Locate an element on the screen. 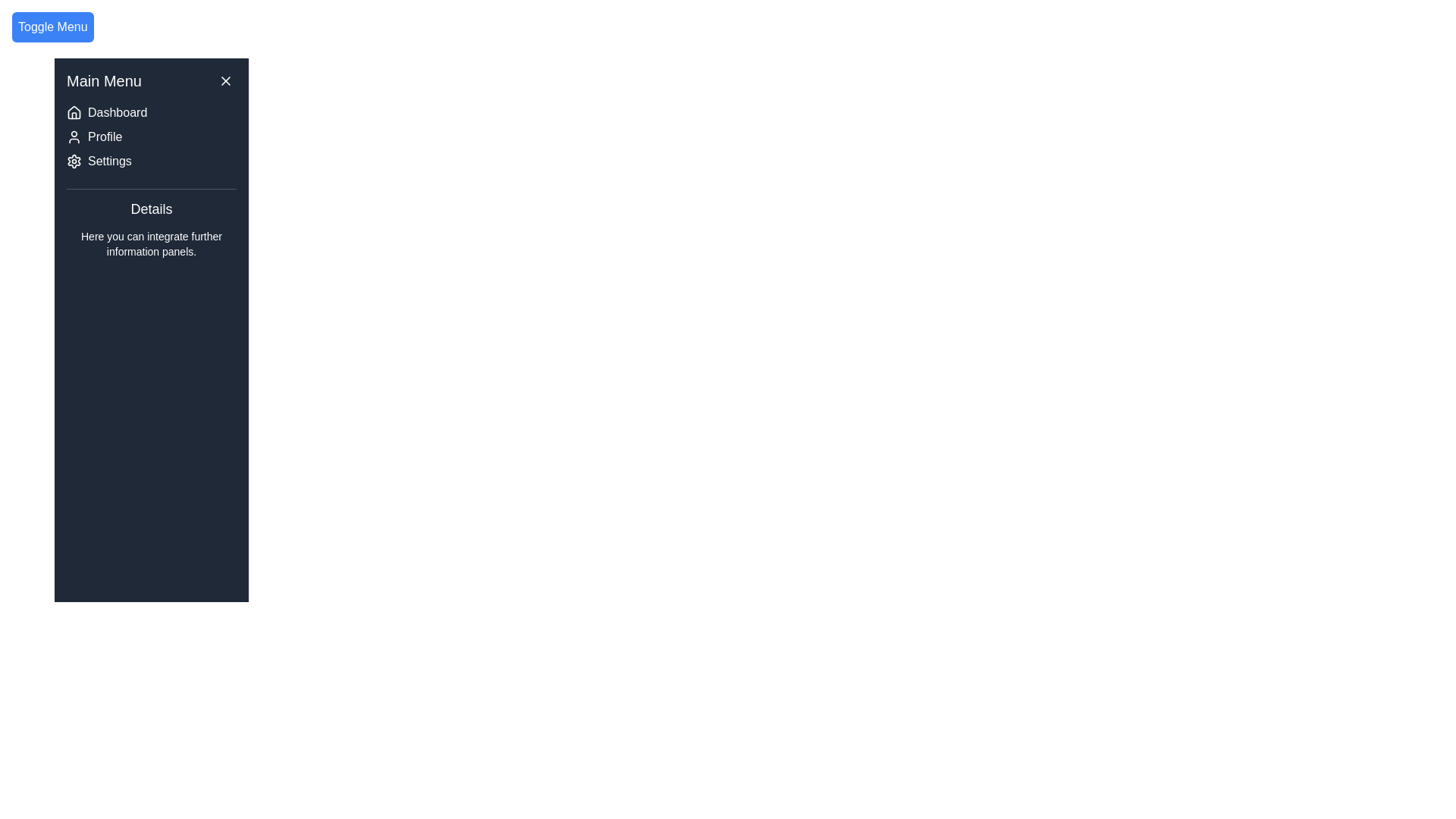 The width and height of the screenshot is (1456, 819). the 'Details' label in the vertical navigation menu, which is styled with a larger font size and aligned within a dark background panel is located at coordinates (152, 209).